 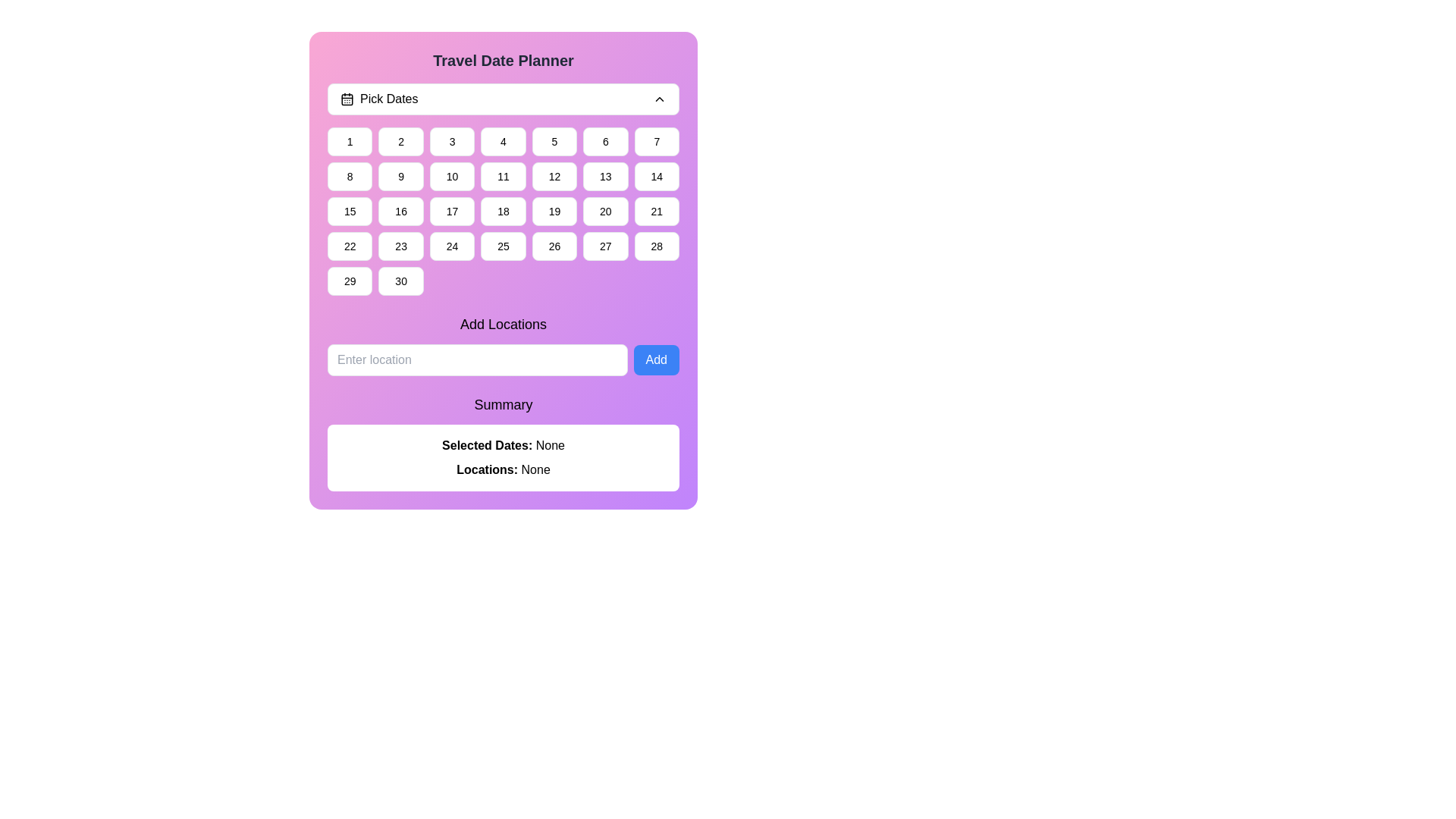 I want to click on the button representing the 30th day of the month located in the last row and second column of a grid below the 'Pick Dates' section, so click(x=400, y=281).